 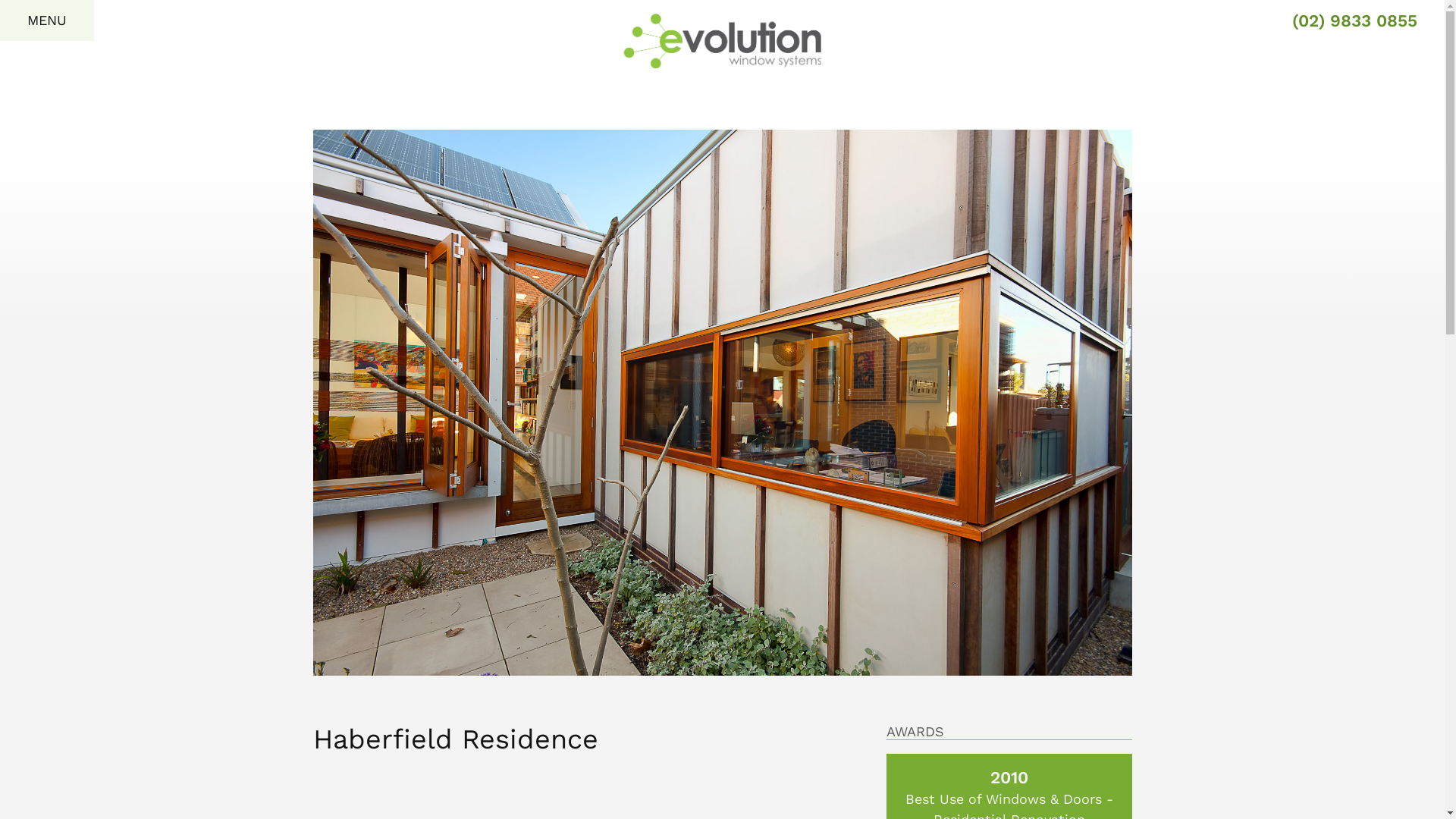 What do you see at coordinates (47, 20) in the screenshot?
I see `'MENU'` at bounding box center [47, 20].